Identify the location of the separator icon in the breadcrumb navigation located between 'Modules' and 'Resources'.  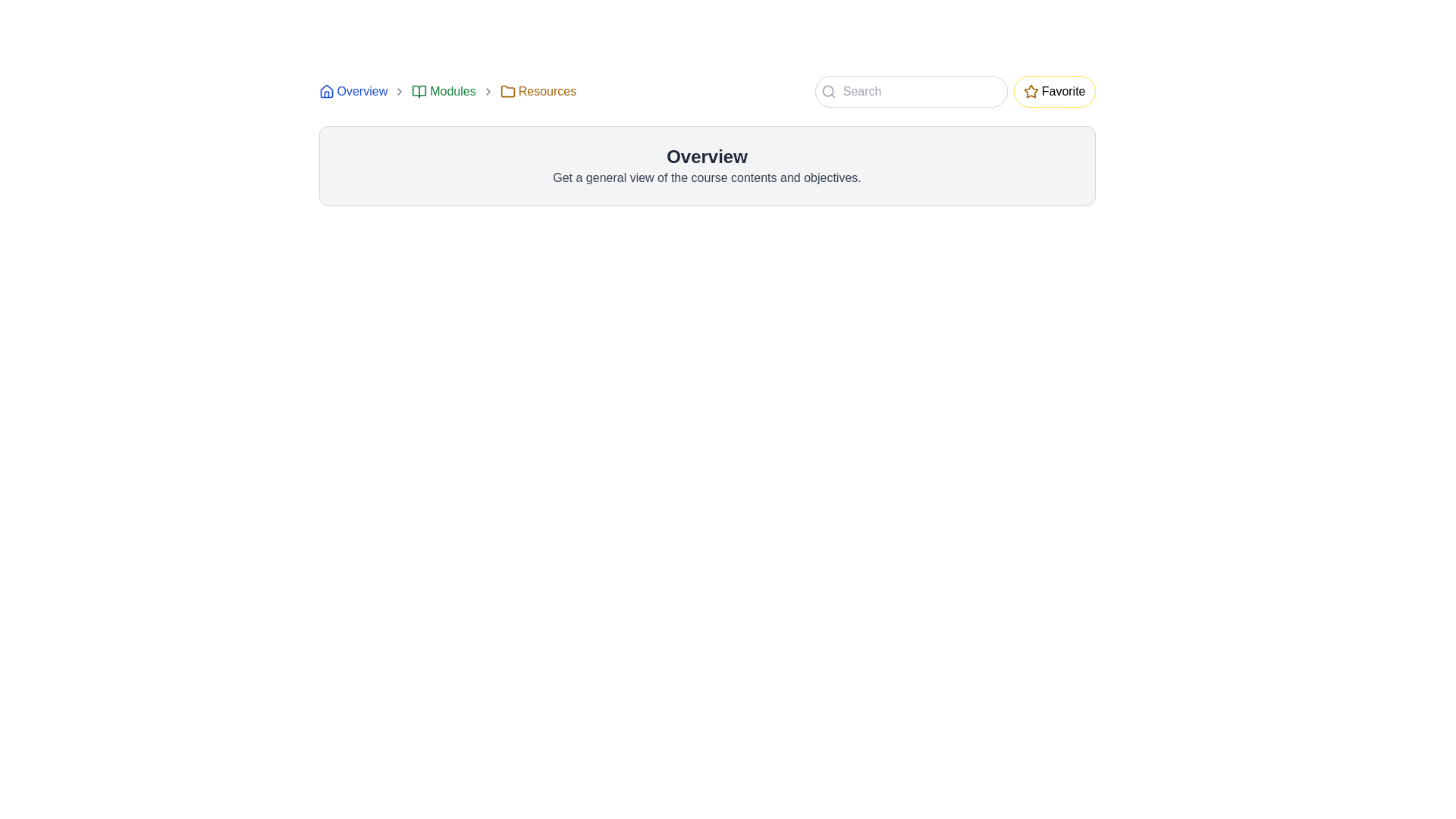
(488, 91).